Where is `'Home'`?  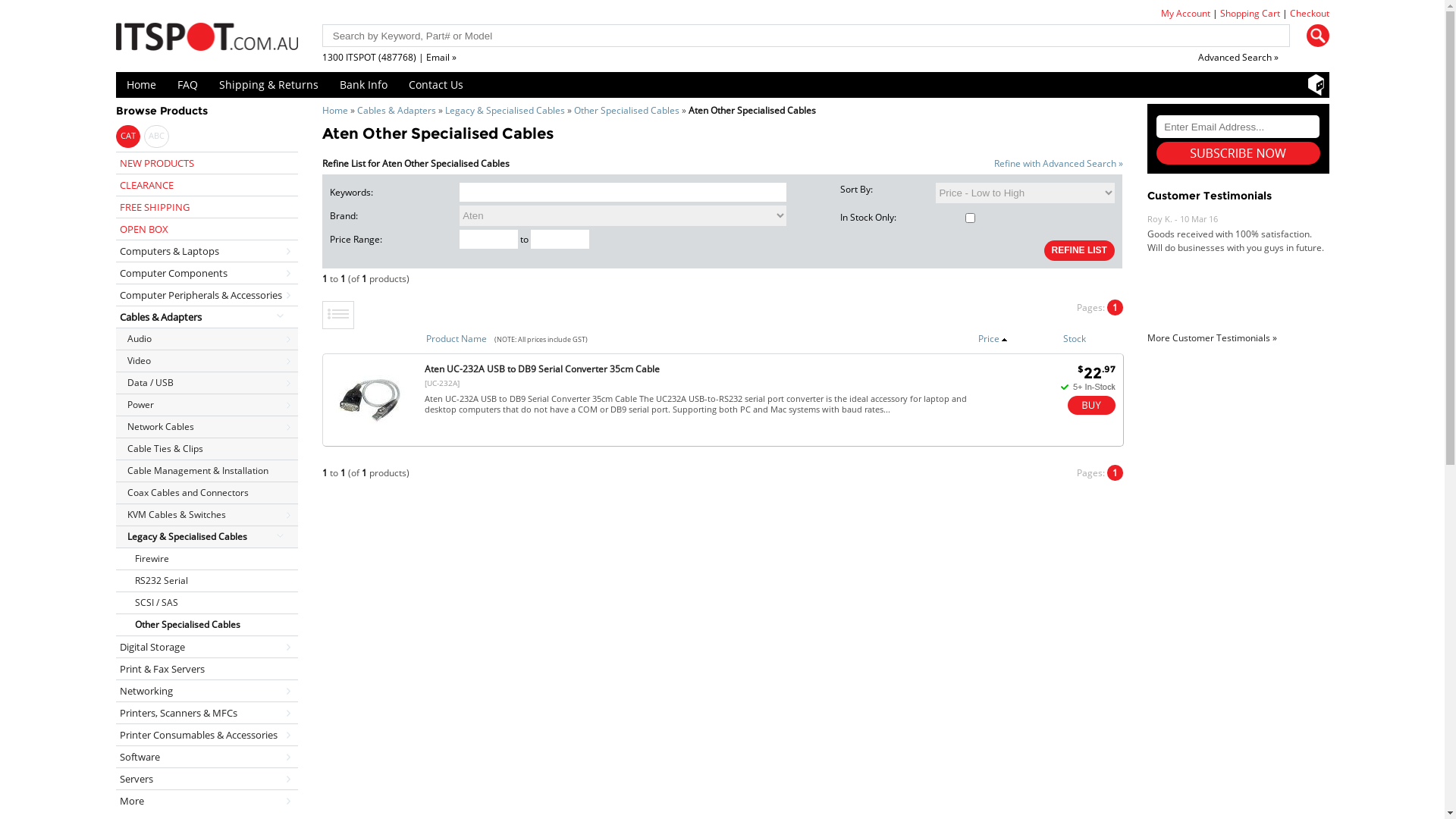 'Home' is located at coordinates (334, 109).